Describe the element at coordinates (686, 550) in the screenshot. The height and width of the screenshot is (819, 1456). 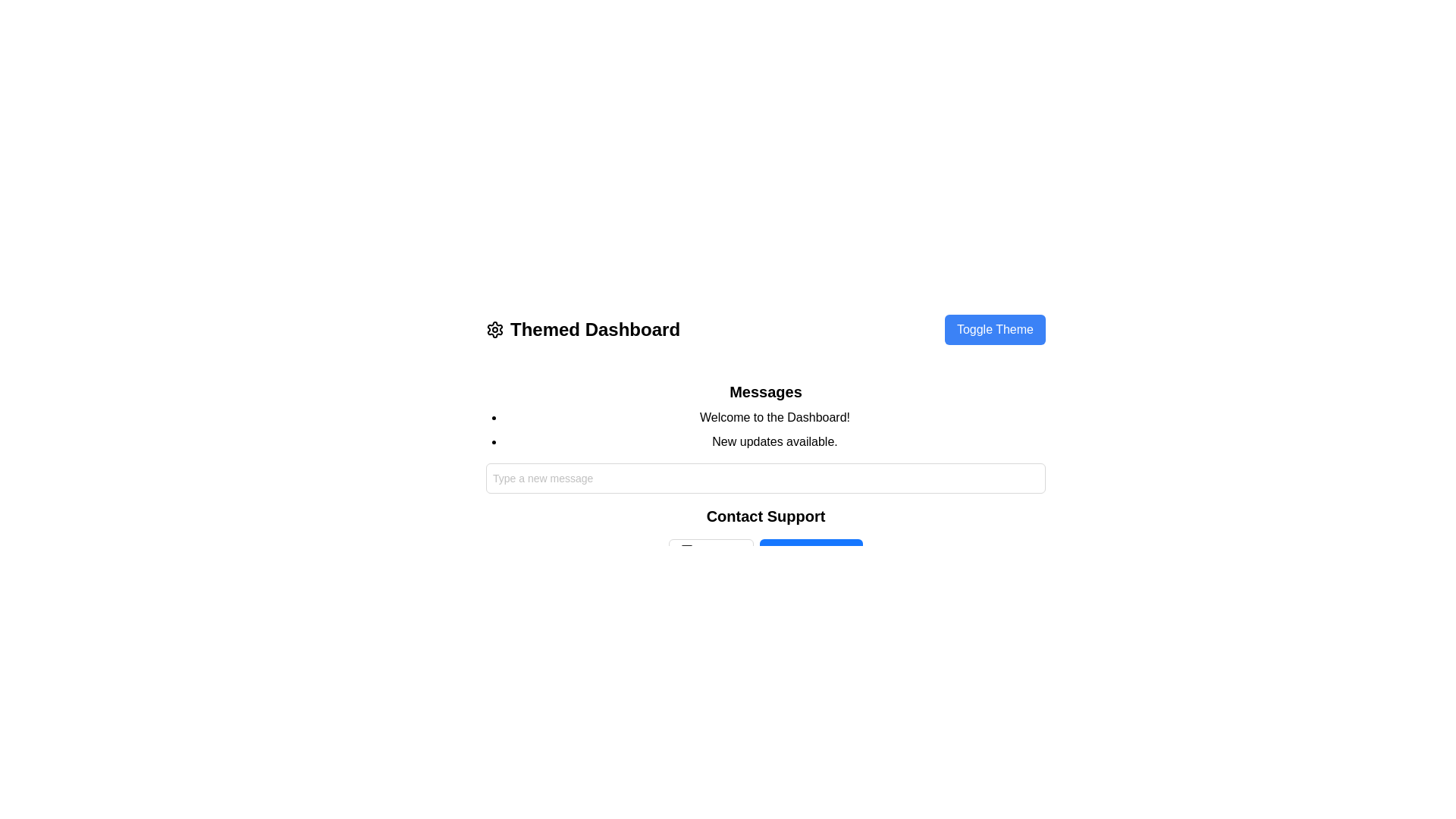
I see `the email icon located centrally below the 'Contact Support' label` at that location.